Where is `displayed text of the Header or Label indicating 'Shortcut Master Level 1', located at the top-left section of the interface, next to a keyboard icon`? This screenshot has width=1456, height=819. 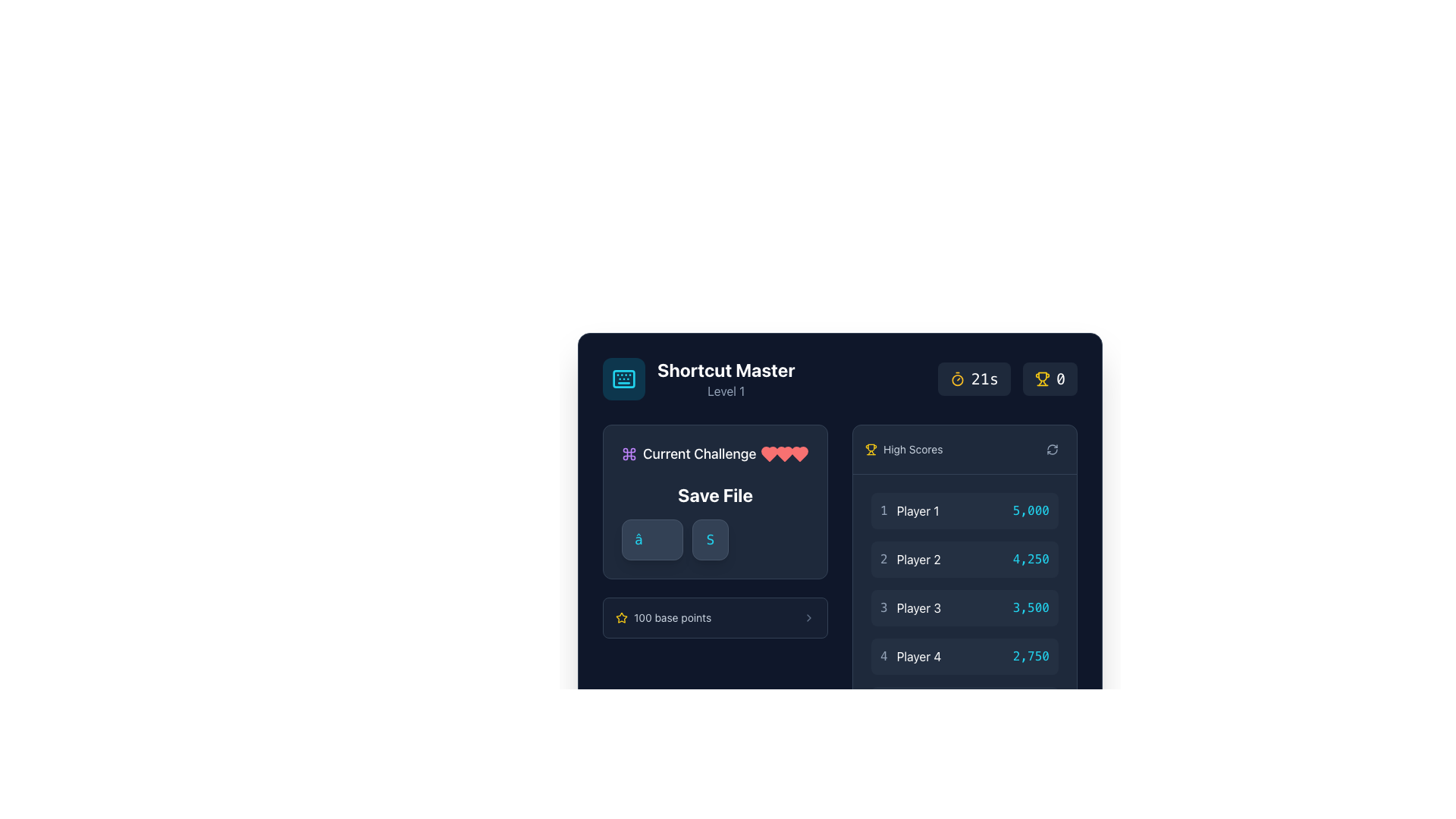
displayed text of the Header or Label indicating 'Shortcut Master Level 1', located at the top-left section of the interface, next to a keyboard icon is located at coordinates (725, 378).